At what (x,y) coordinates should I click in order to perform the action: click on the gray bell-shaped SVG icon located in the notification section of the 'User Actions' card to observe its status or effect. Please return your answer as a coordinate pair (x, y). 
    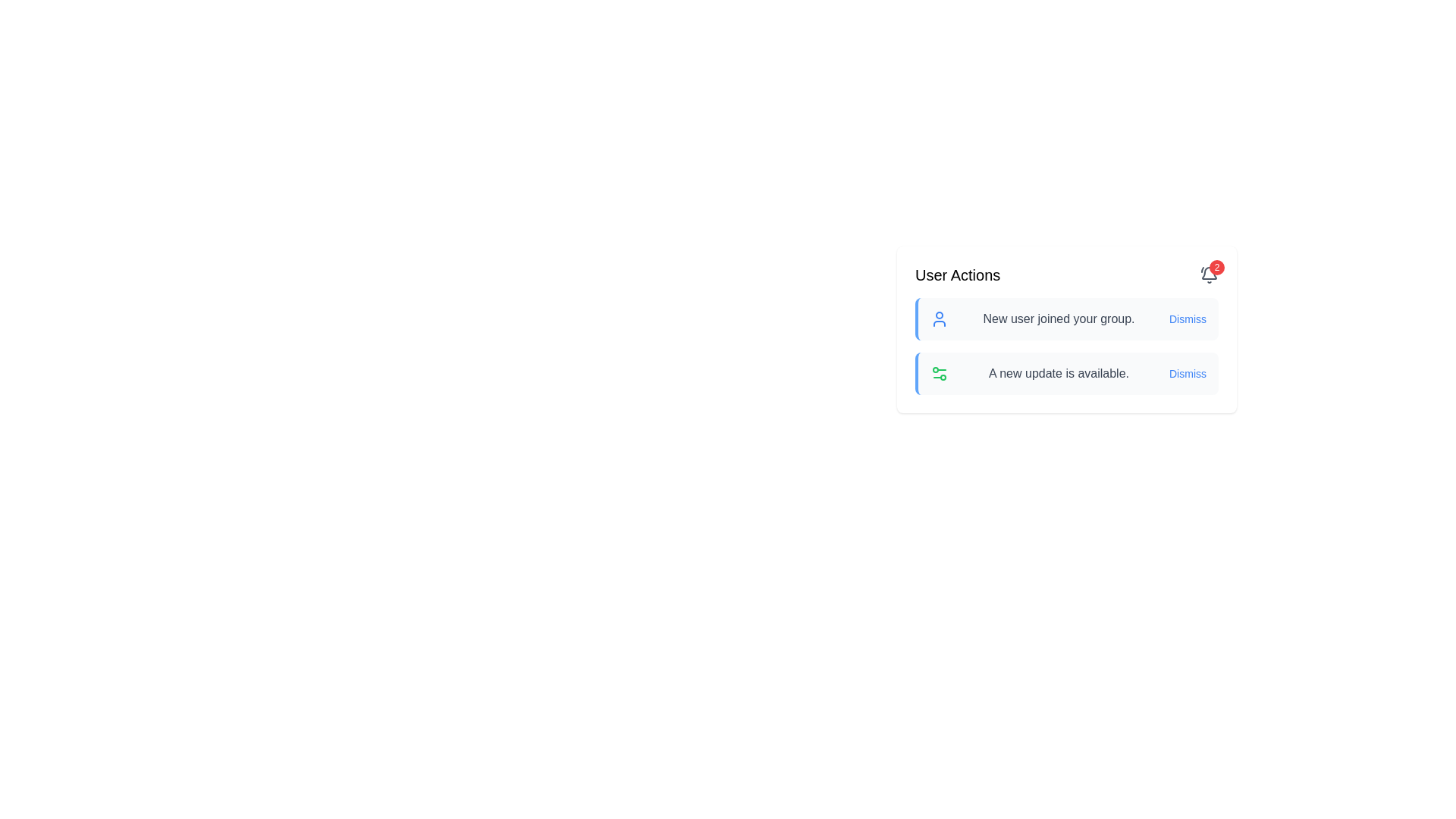
    Looking at the image, I should click on (1208, 273).